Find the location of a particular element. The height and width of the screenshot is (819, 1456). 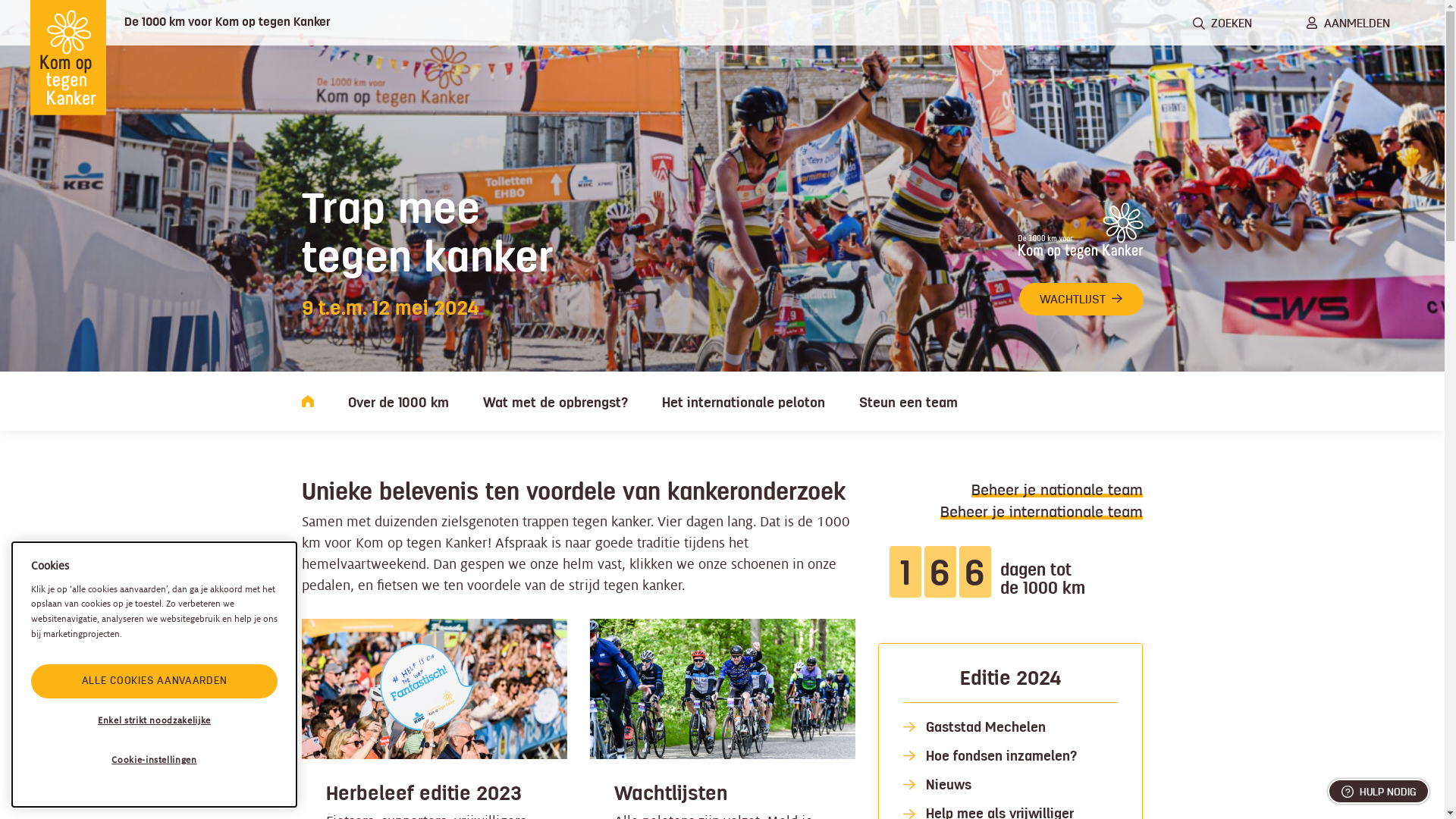

'Beheer je internationale team' is located at coordinates (1040, 512).